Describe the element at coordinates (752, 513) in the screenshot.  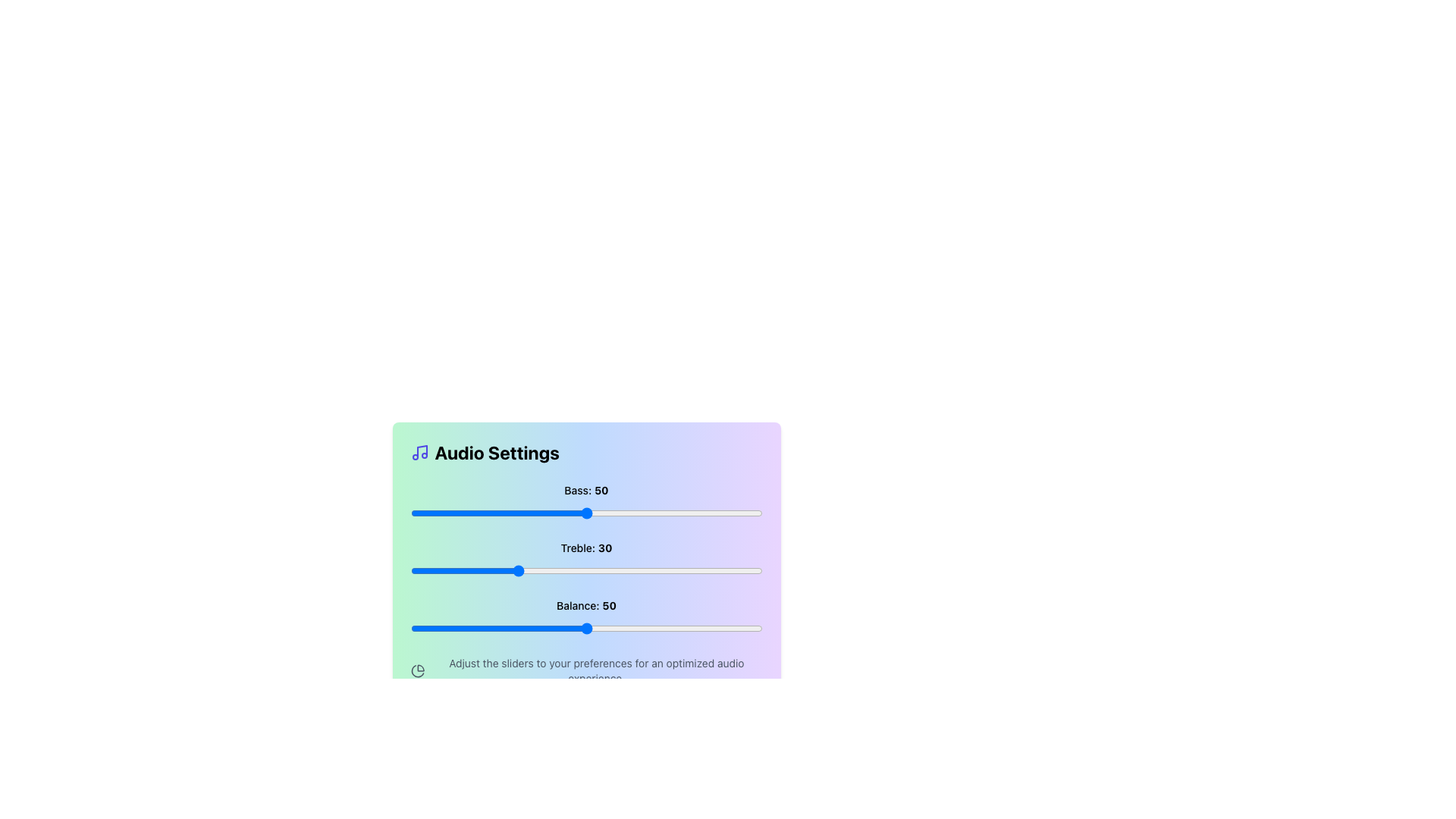
I see `the bass level` at that location.